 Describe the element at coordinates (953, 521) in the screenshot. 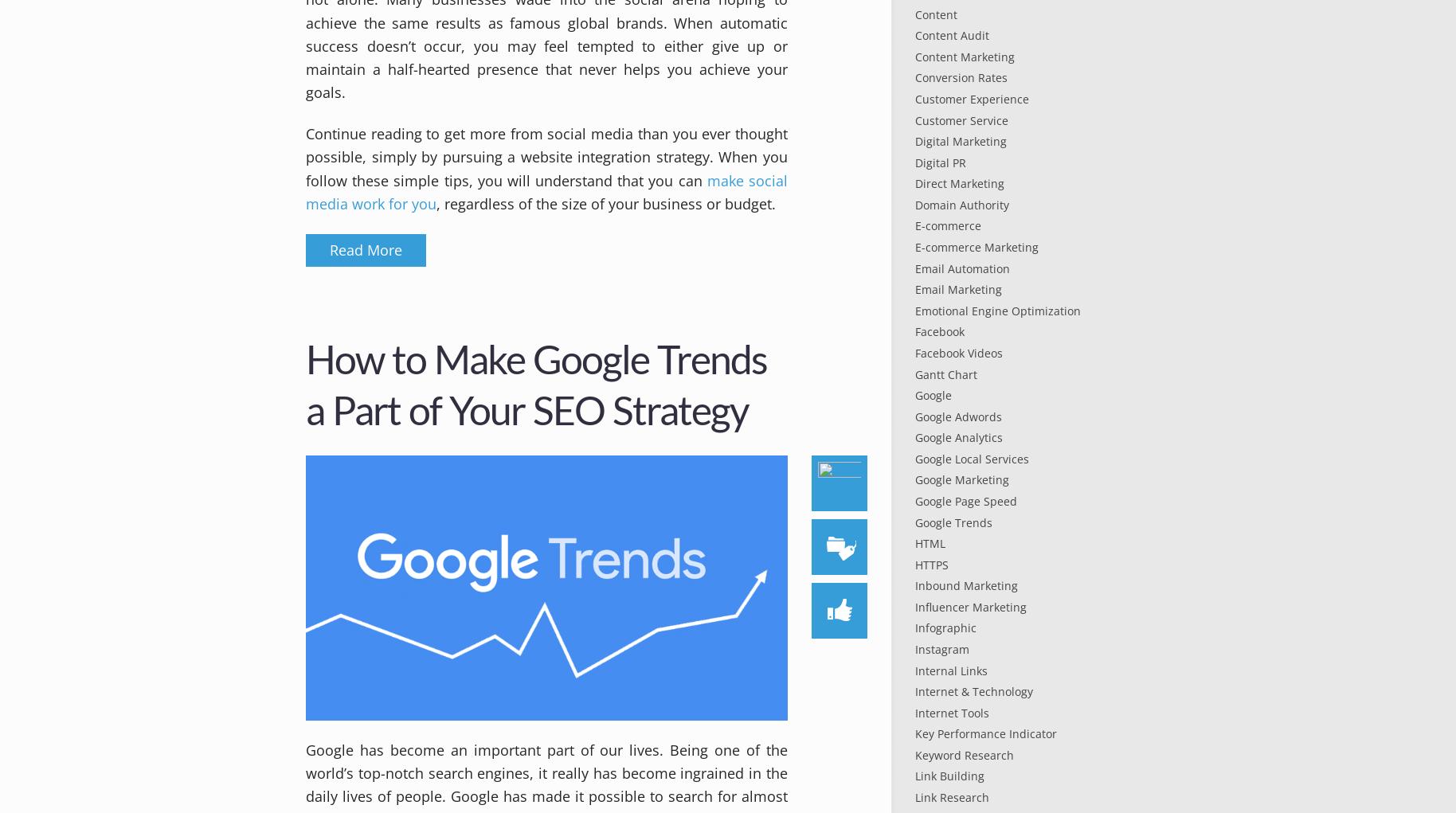

I see `'Google Trends'` at that location.